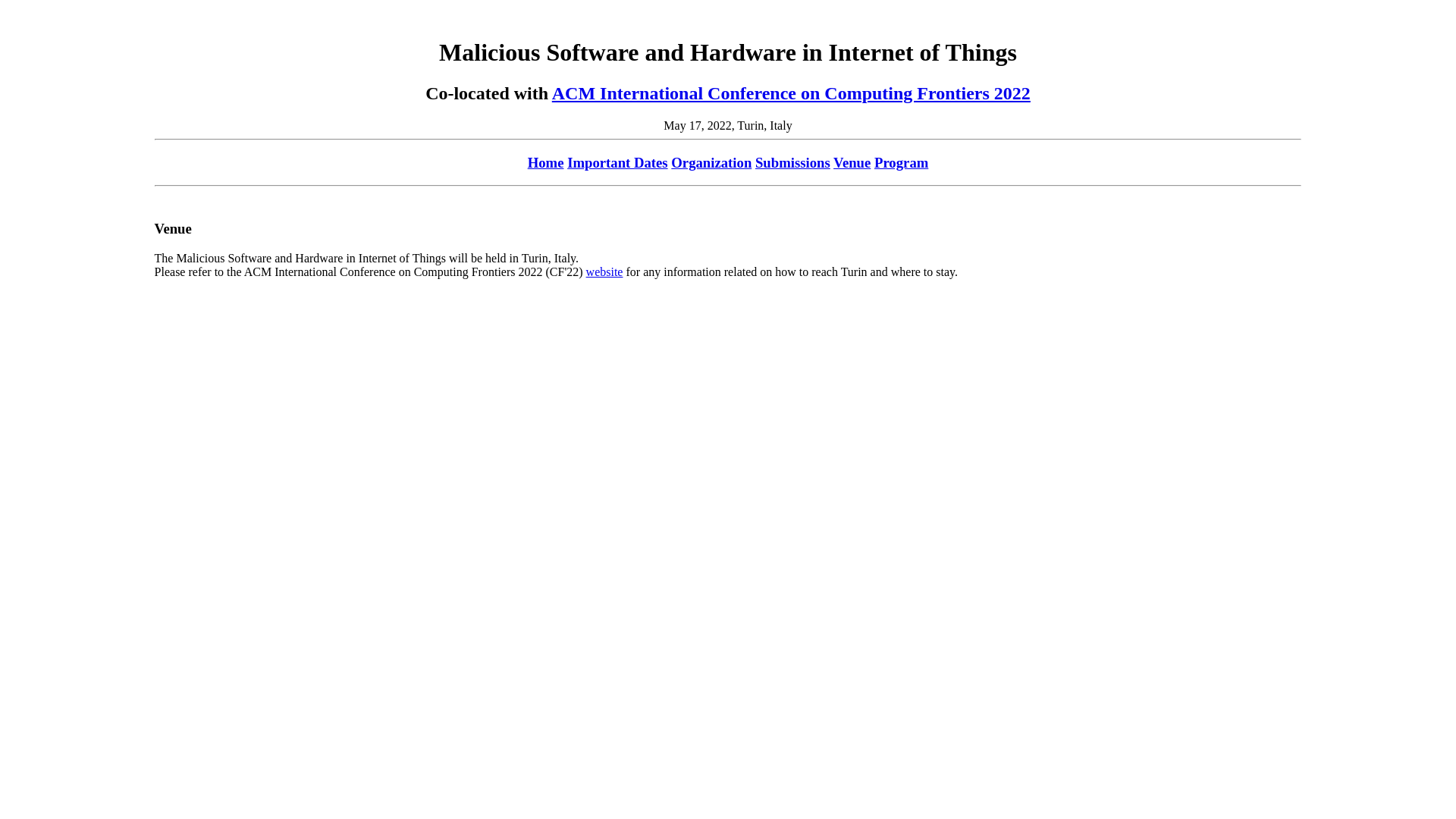 Image resolution: width=1456 pixels, height=819 pixels. What do you see at coordinates (852, 162) in the screenshot?
I see `'Venue'` at bounding box center [852, 162].